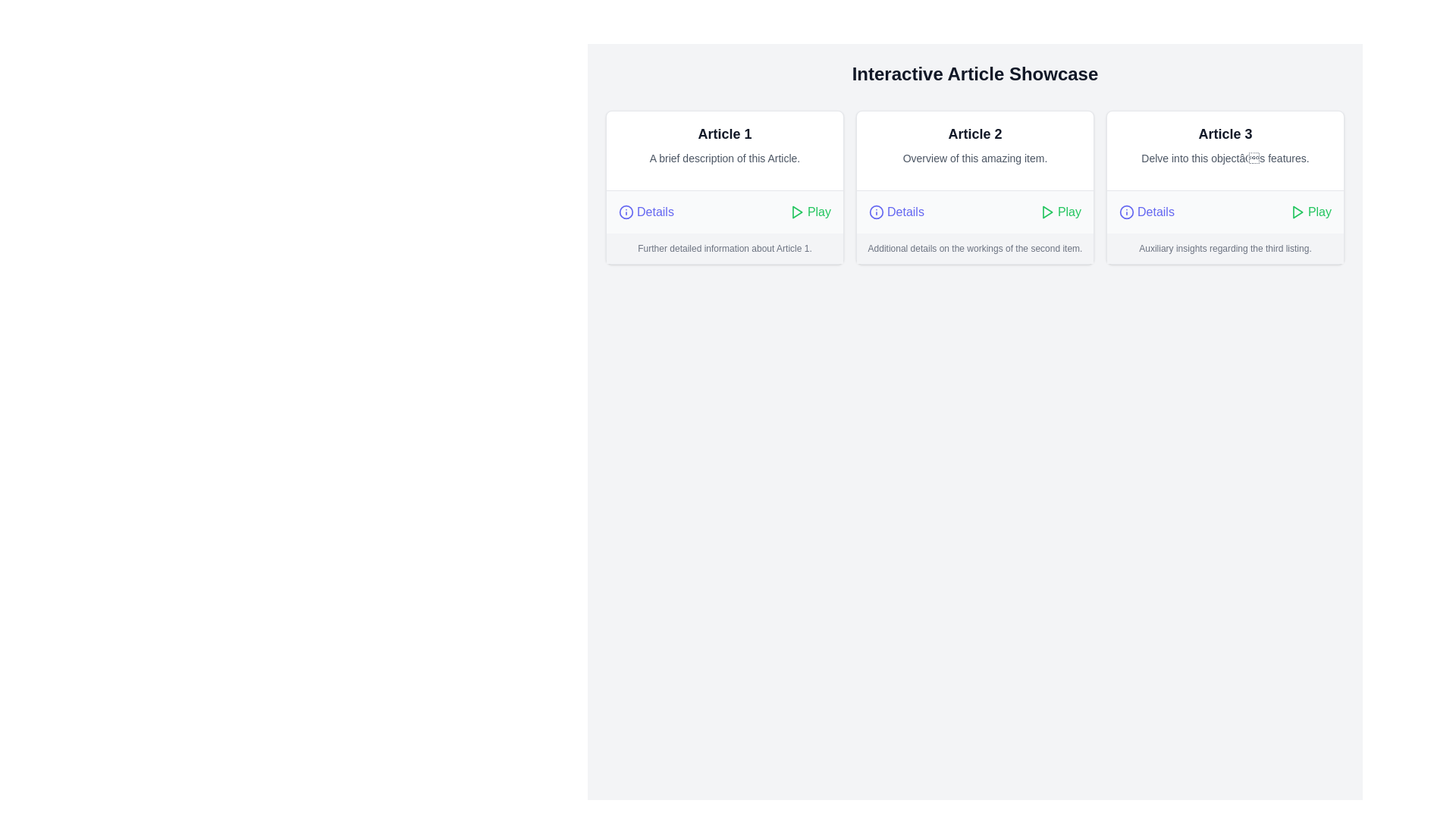 The width and height of the screenshot is (1456, 819). I want to click on the 'Details' button, which is styled in indigo with an info icon to the left, located at the bottom section of the 'Article 1' card, so click(645, 212).